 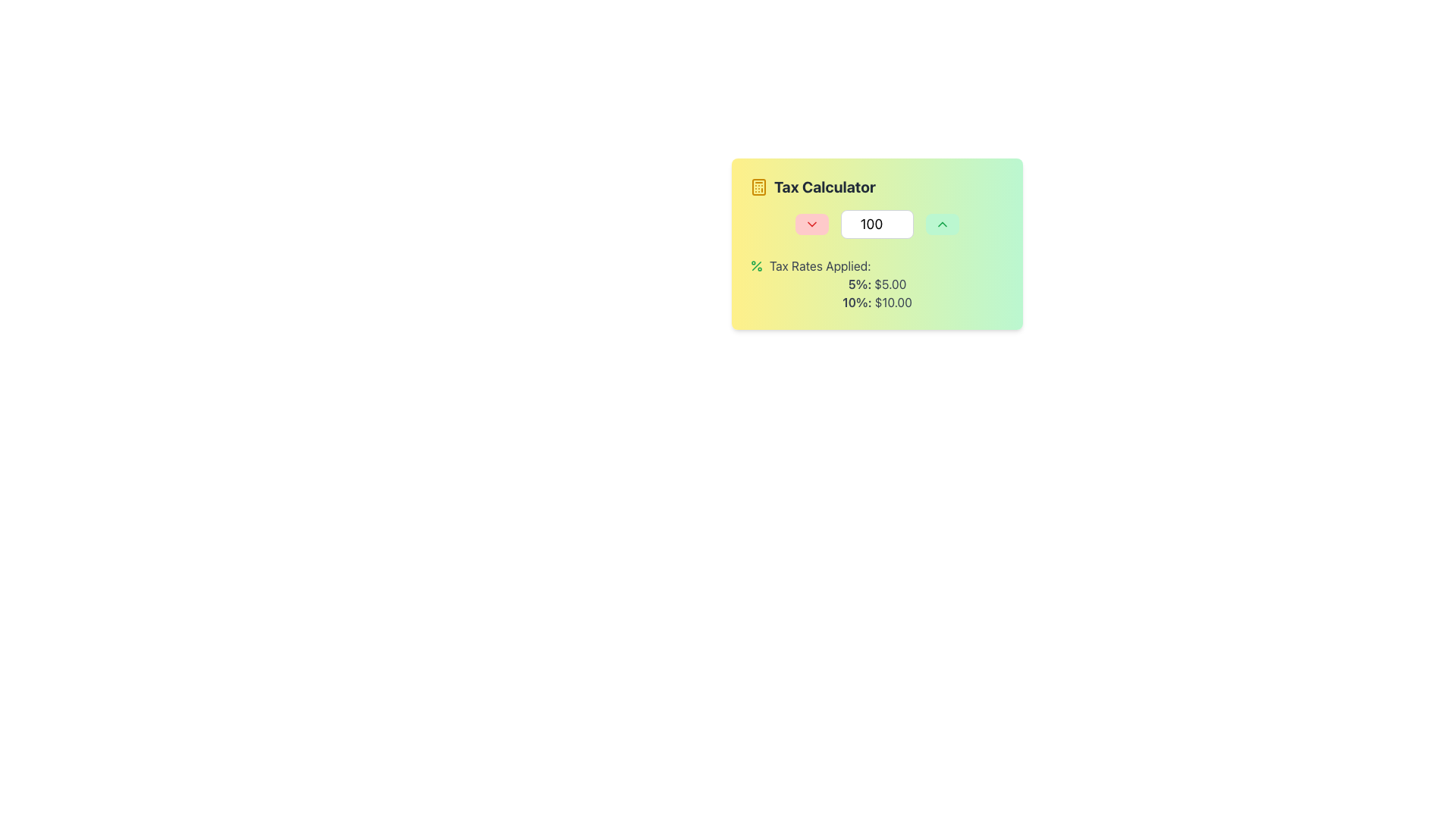 What do you see at coordinates (942, 224) in the screenshot?
I see `the button located on the far right of the group, which is used for increasing or altering the numerical value in the nearby input field` at bounding box center [942, 224].